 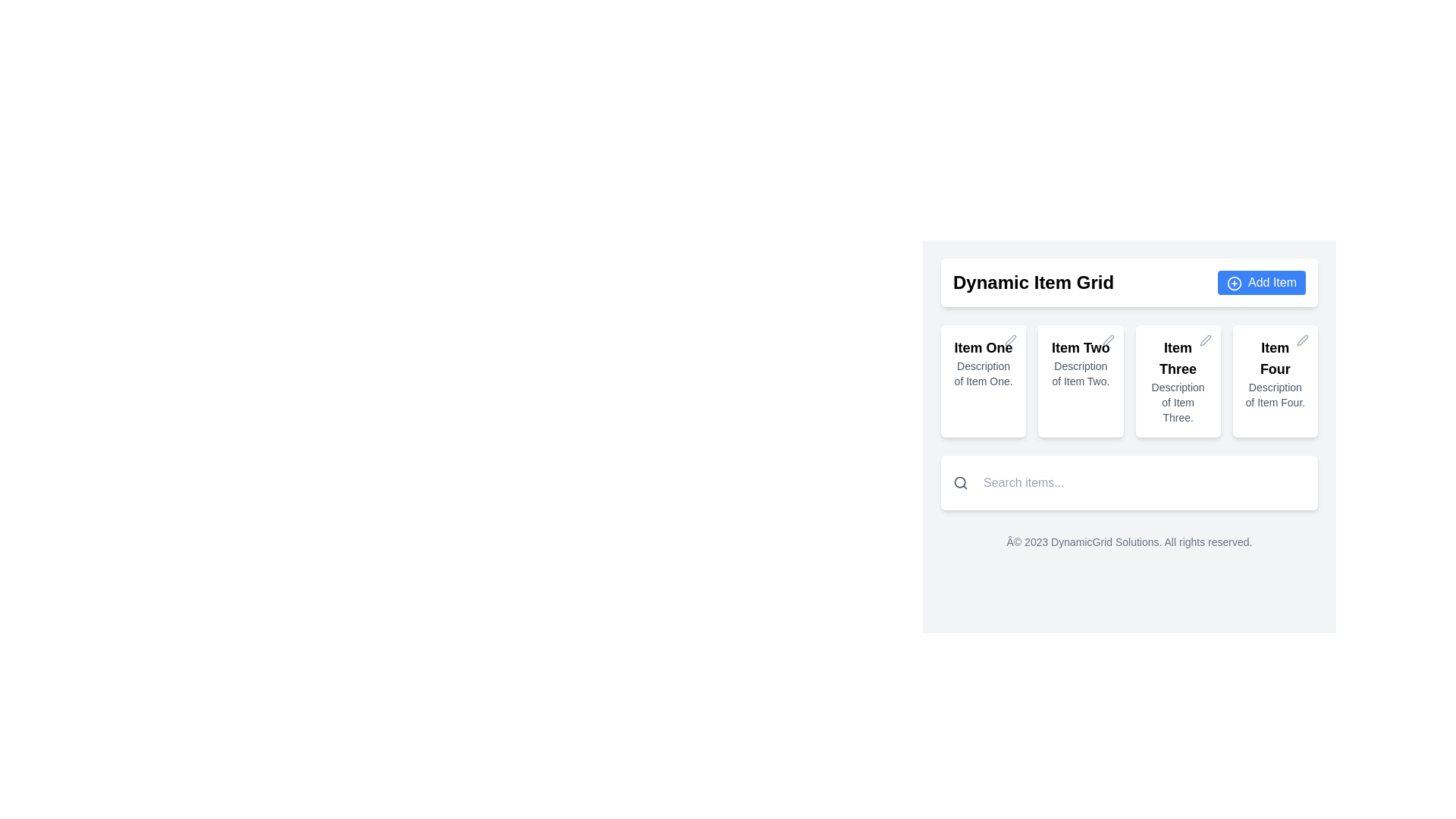 What do you see at coordinates (1033, 283) in the screenshot?
I see `text from the Text Label that serves as the title or heading for the section, located to the left of the blue button labeled 'Add Item'` at bounding box center [1033, 283].